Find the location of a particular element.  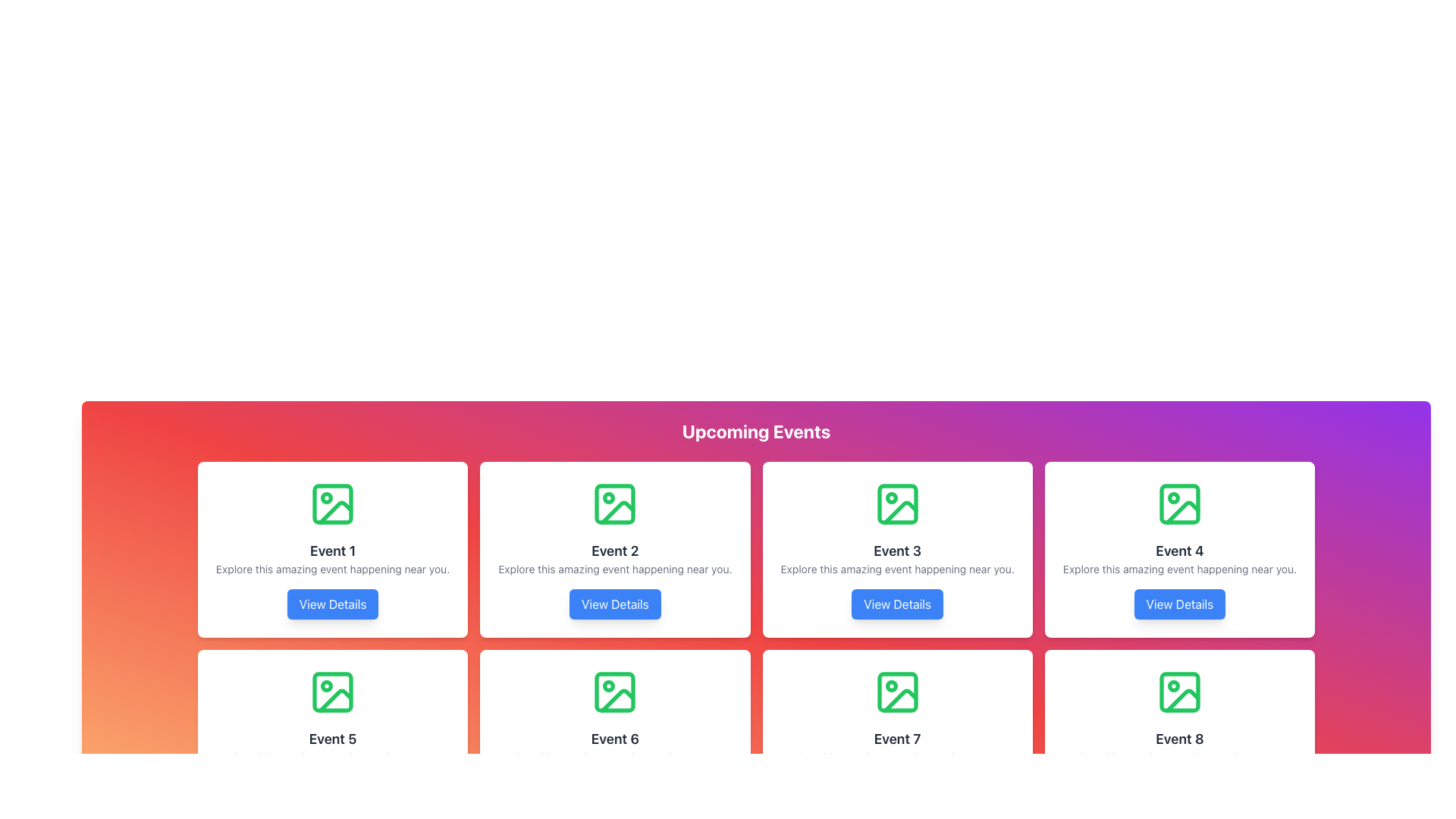

small circular Decorative SVG graphic located at the top-center area of the third event card in the row is located at coordinates (891, 497).